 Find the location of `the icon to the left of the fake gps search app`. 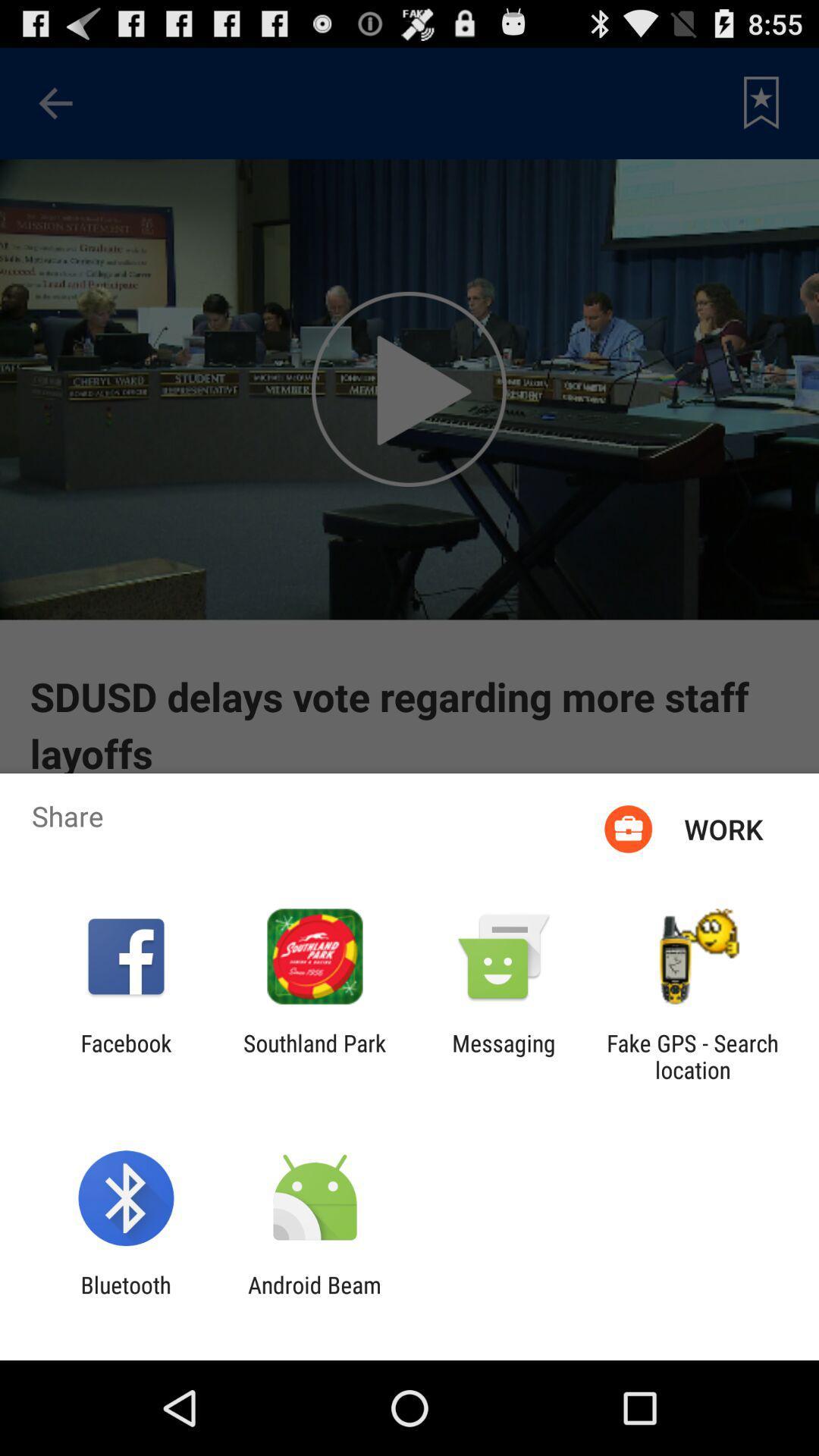

the icon to the left of the fake gps search app is located at coordinates (504, 1056).